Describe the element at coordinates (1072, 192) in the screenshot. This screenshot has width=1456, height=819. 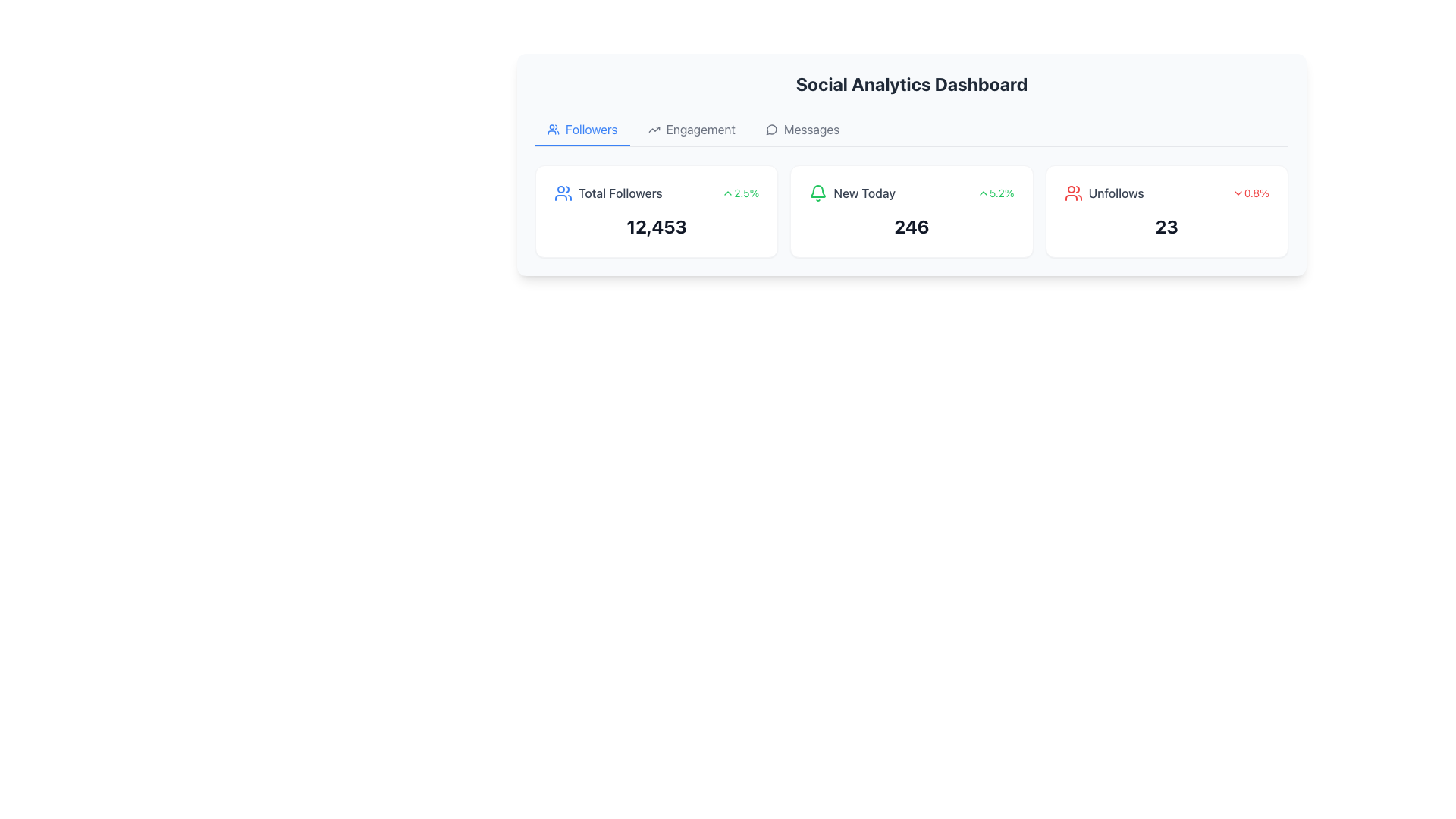
I see `the unfollow icon located in the 'Unfollows' card on the dashboard, positioned to the left of the 'Unfollows' text label` at that location.